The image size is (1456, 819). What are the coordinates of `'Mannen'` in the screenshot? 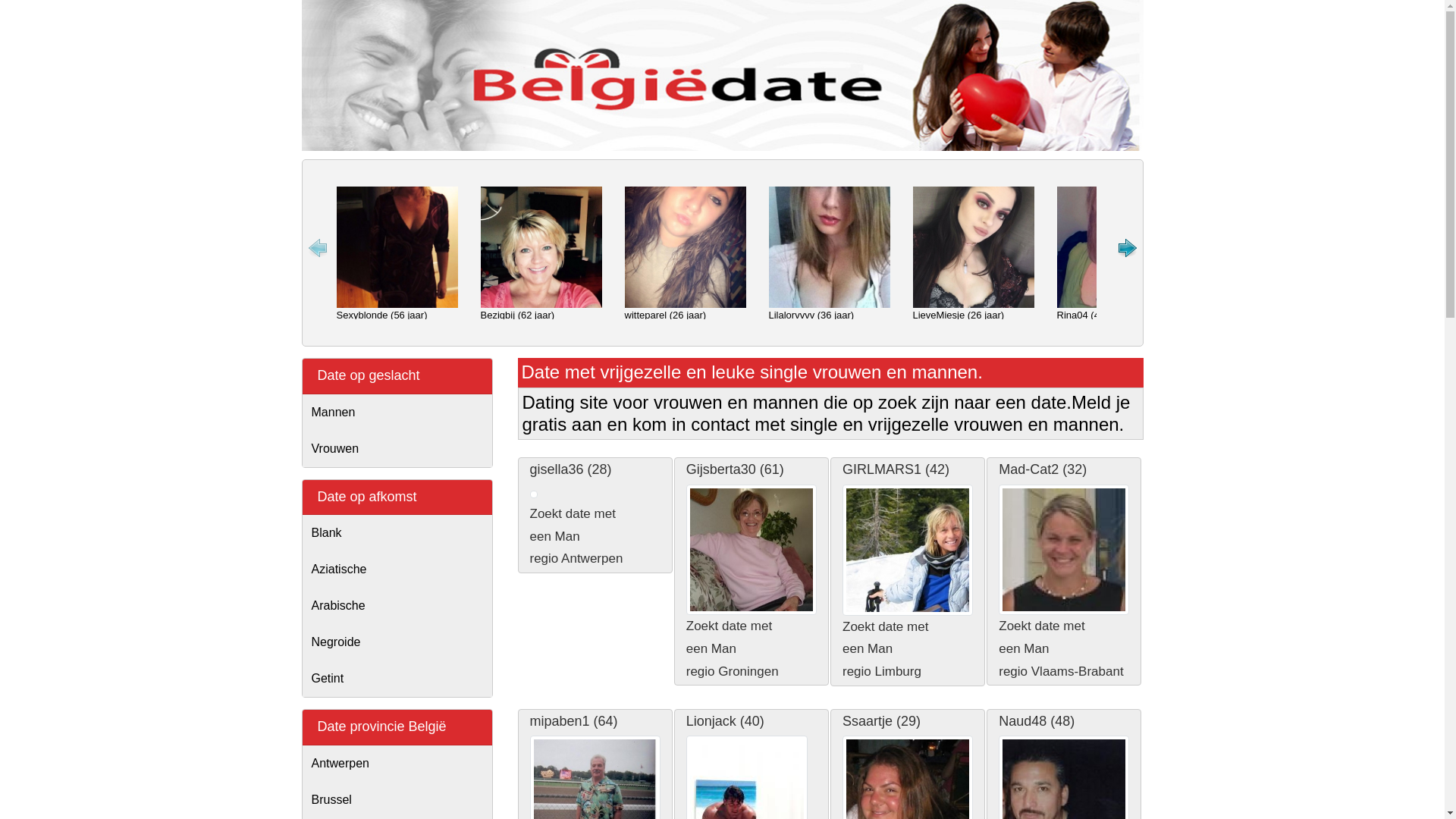 It's located at (397, 412).